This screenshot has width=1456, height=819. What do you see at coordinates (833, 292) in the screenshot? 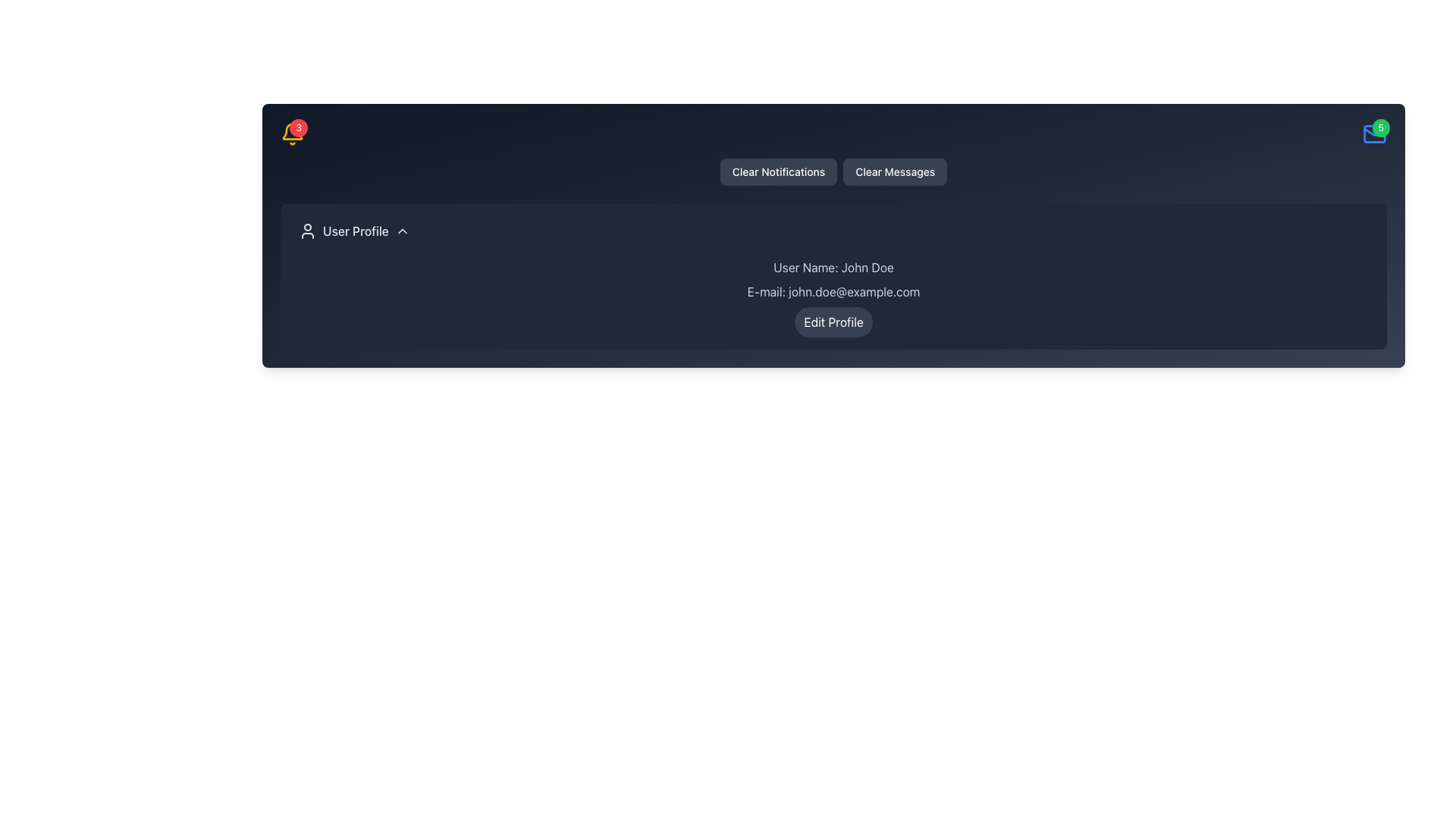
I see `the static text label displaying 'E-mail: john.doe@example.com', which is styled in gray and positioned between 'User Name: John Doe' and the 'Edit Profile' button` at bounding box center [833, 292].